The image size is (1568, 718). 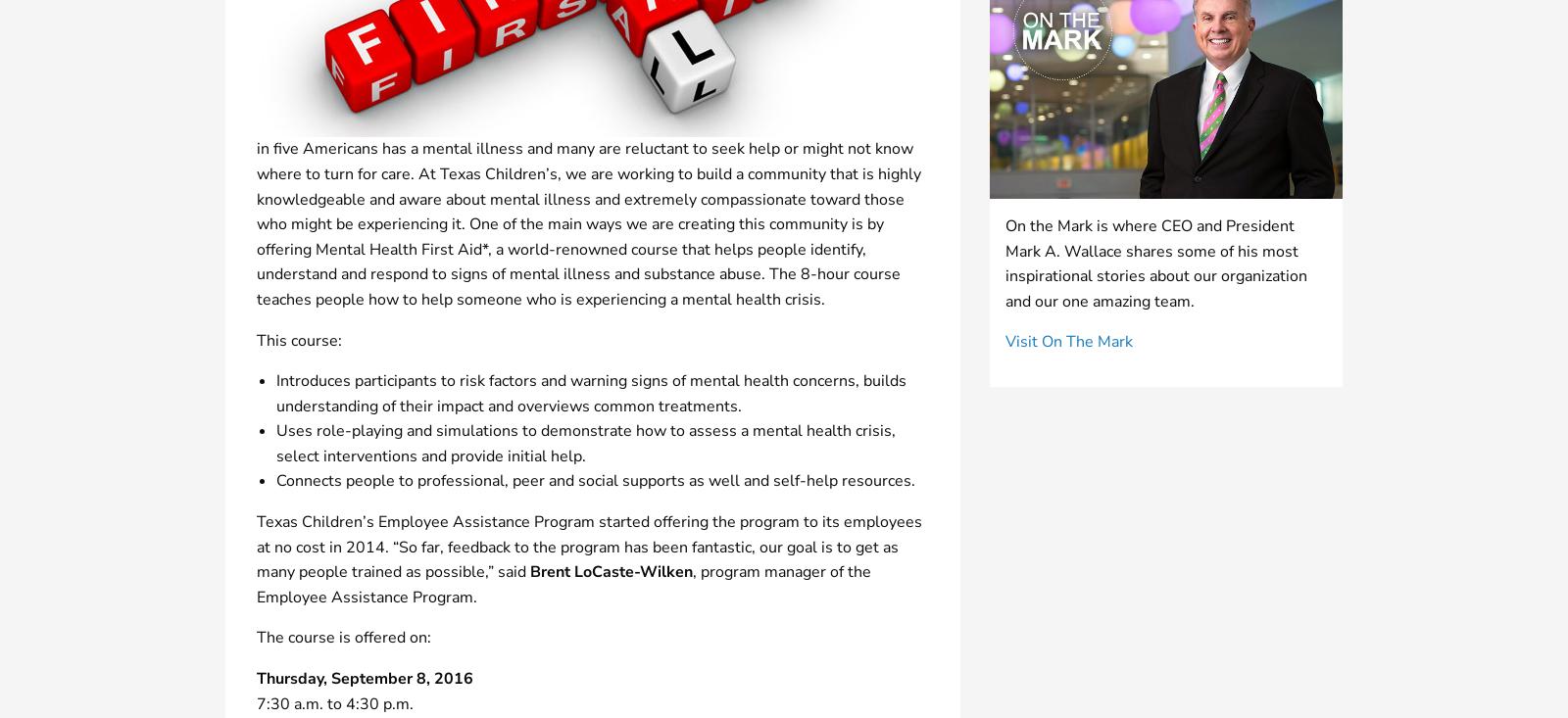 What do you see at coordinates (563, 583) in the screenshot?
I see `', program manager of the Employee Assistance Program.'` at bounding box center [563, 583].